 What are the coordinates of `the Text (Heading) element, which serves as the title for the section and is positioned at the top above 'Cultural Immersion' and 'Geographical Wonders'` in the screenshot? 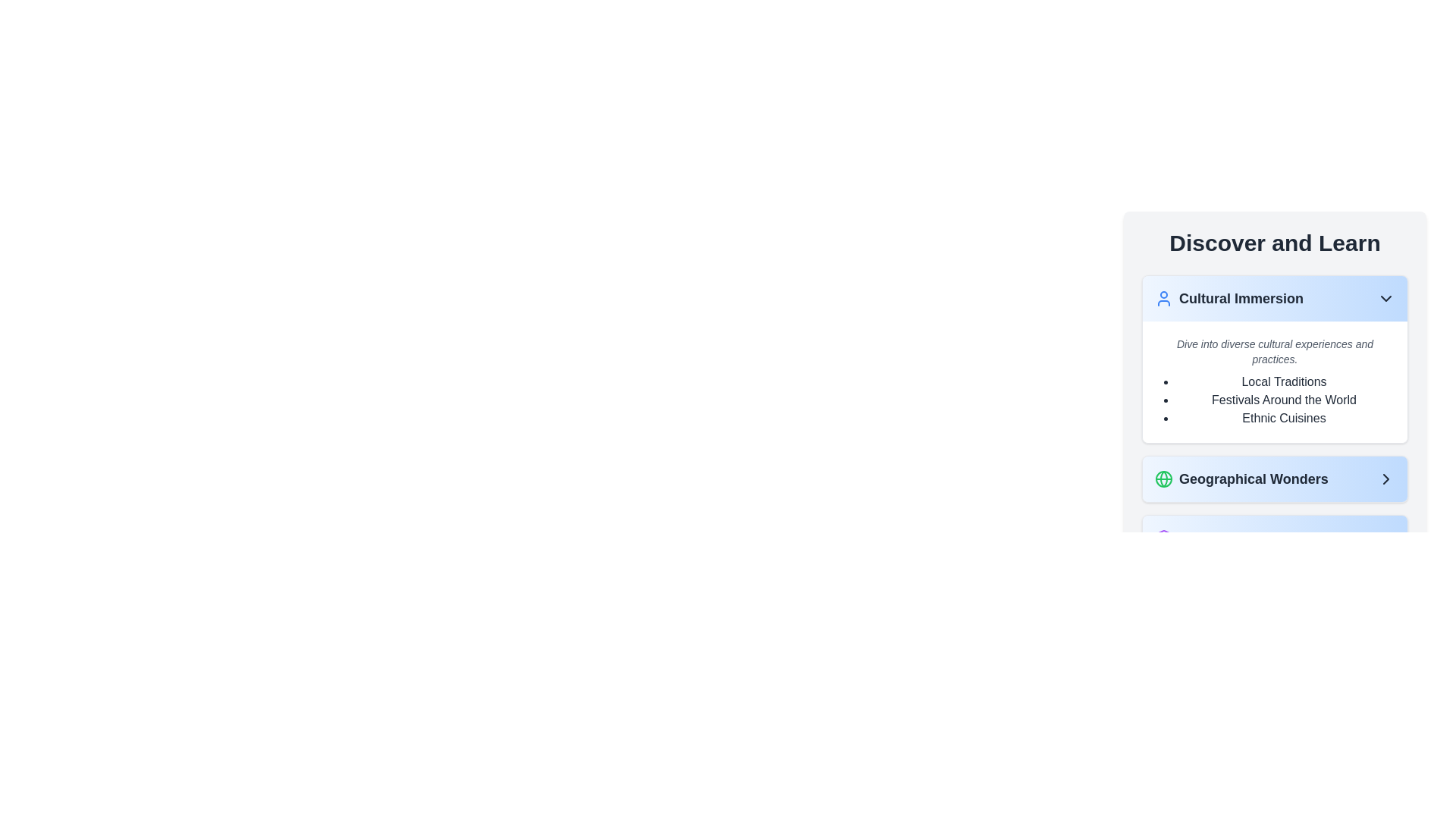 It's located at (1274, 242).